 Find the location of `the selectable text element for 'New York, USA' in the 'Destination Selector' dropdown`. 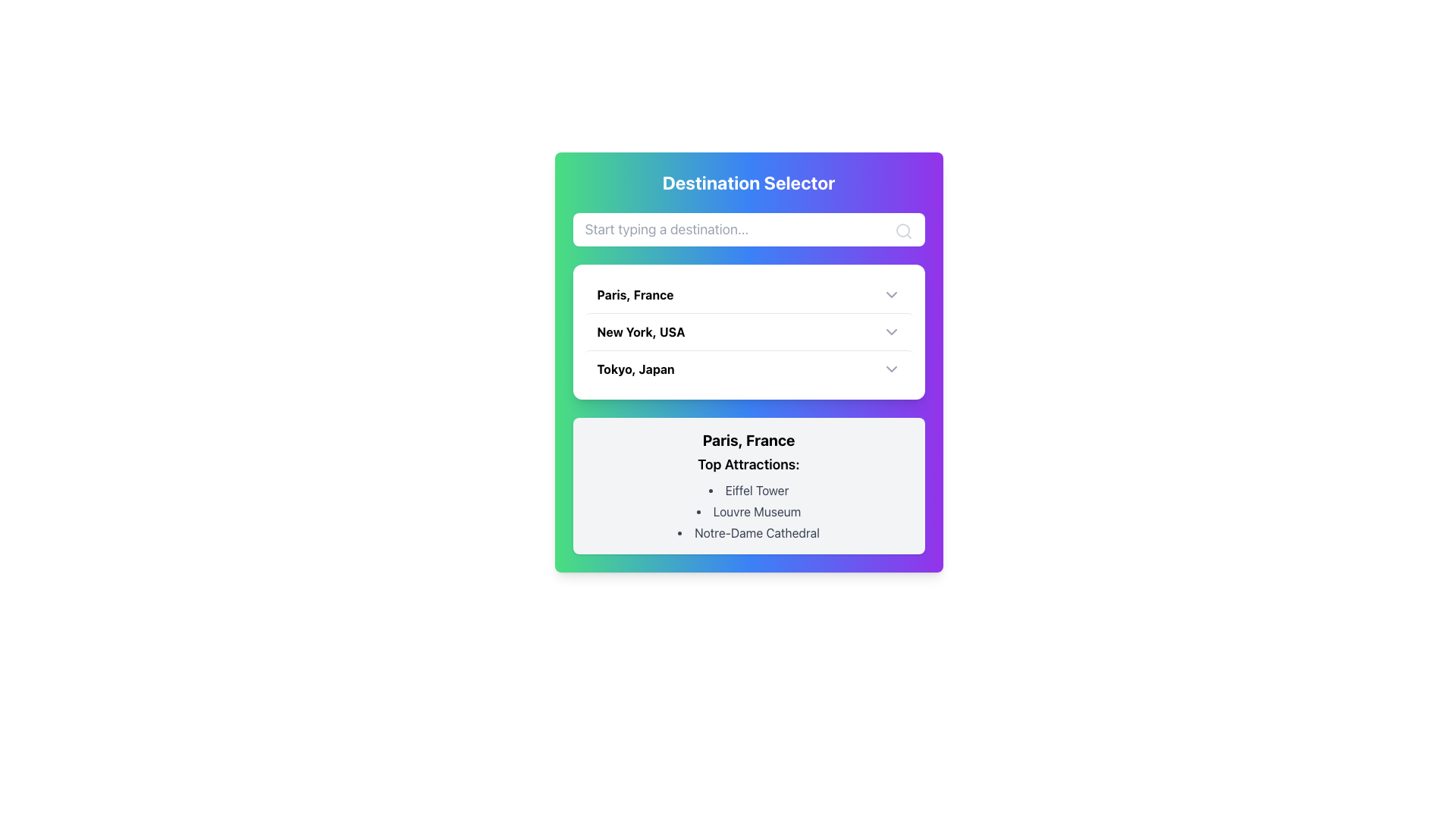

the selectable text element for 'New York, USA' in the 'Destination Selector' dropdown is located at coordinates (641, 331).